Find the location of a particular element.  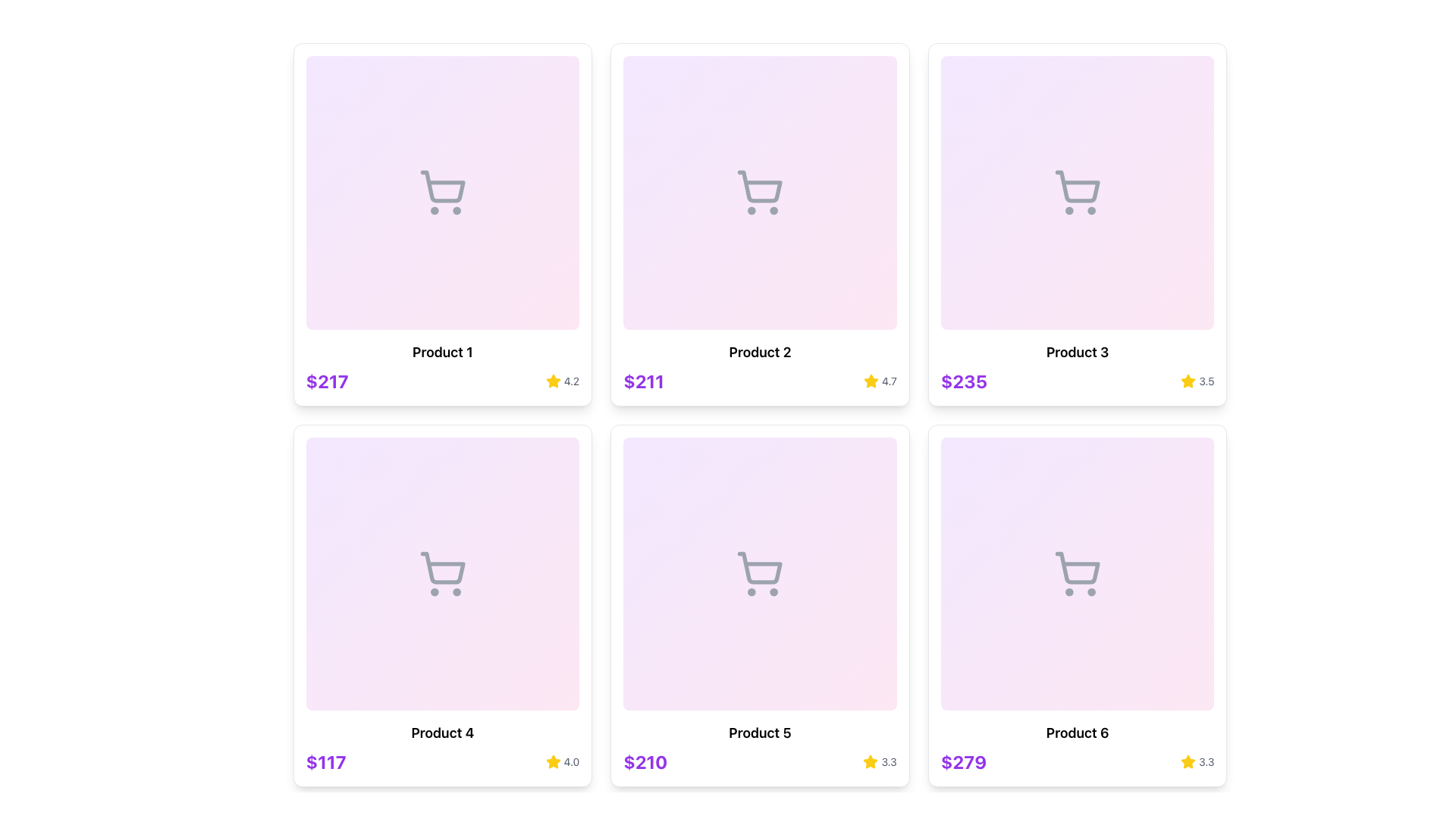

price displayed for 'Product 2' located in the bottom section of its card in the second column of the first row of a three-column grid layout is located at coordinates (644, 380).